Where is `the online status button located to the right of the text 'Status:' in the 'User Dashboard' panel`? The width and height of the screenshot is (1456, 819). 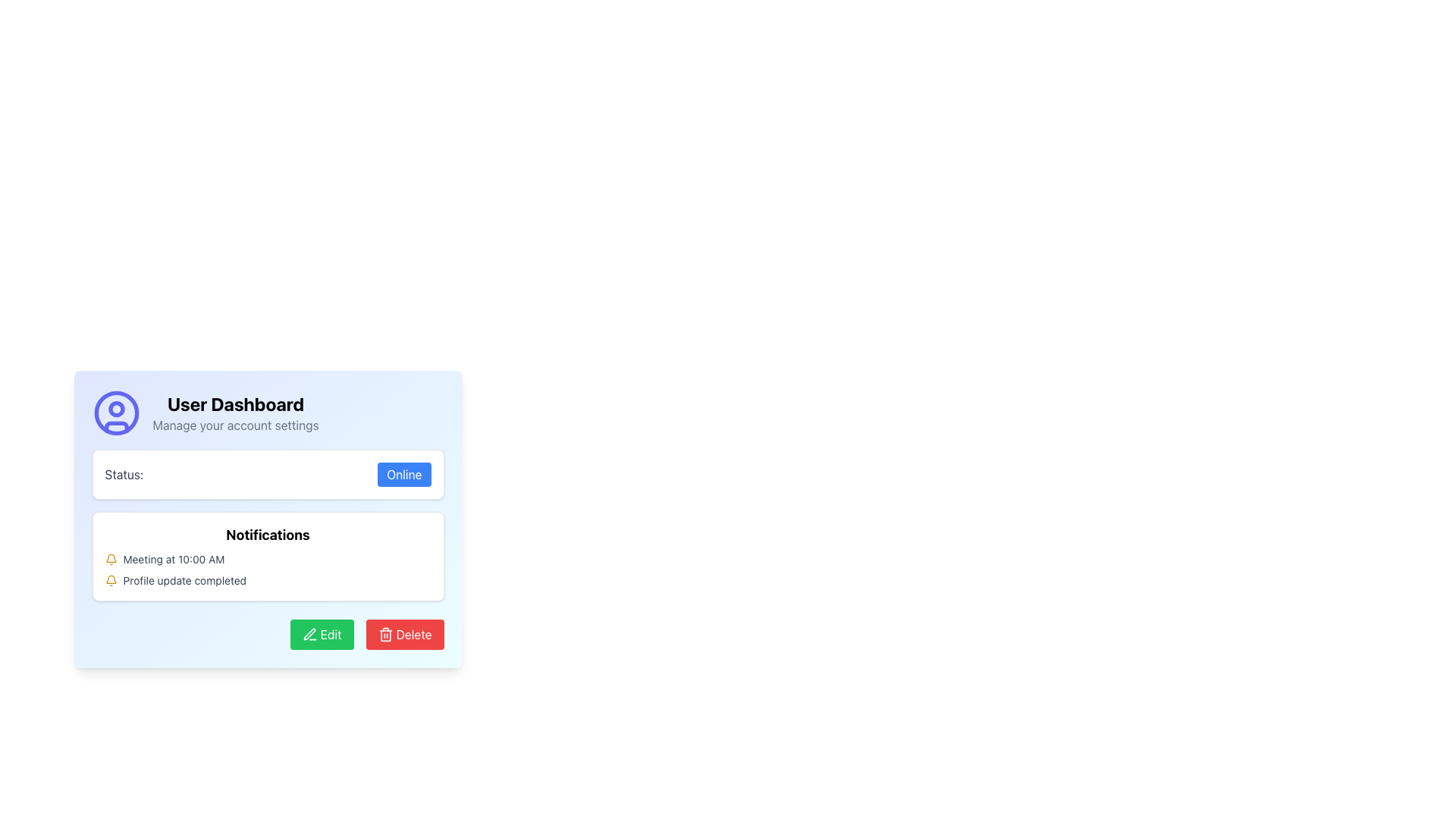
the online status button located to the right of the text 'Status:' in the 'User Dashboard' panel is located at coordinates (404, 473).